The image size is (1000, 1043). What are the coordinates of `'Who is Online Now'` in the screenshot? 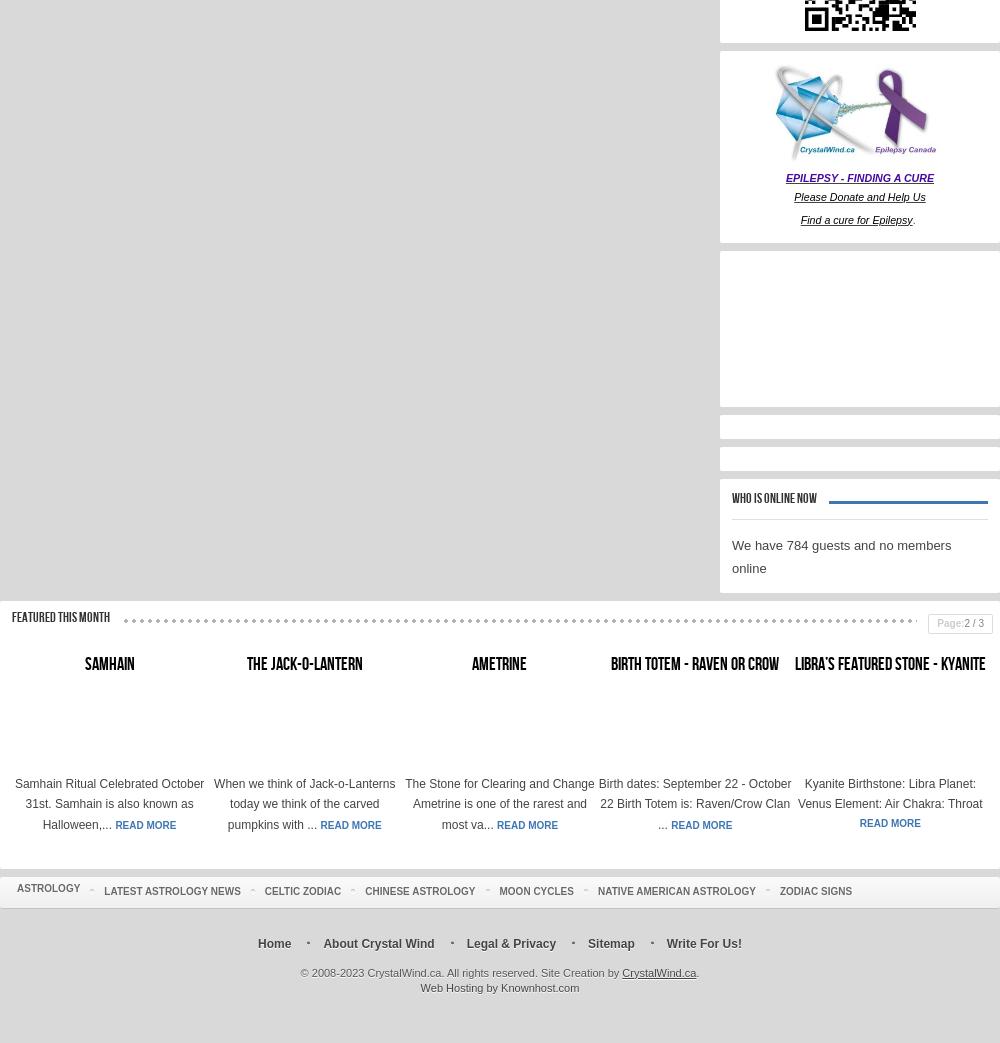 It's located at (774, 497).